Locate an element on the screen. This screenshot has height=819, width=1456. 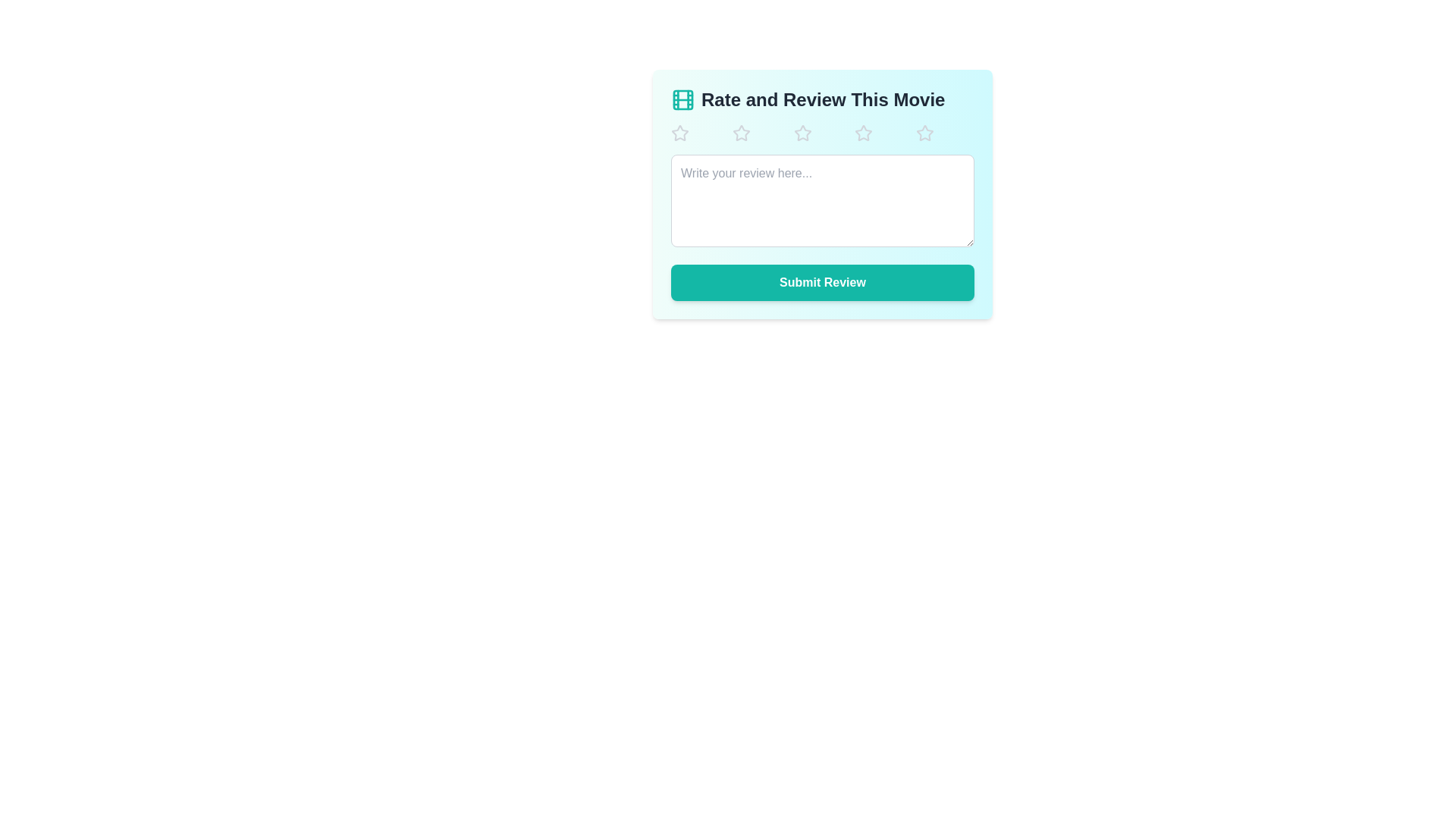
the star corresponding to 2 to set the movie rating is located at coordinates (761, 133).